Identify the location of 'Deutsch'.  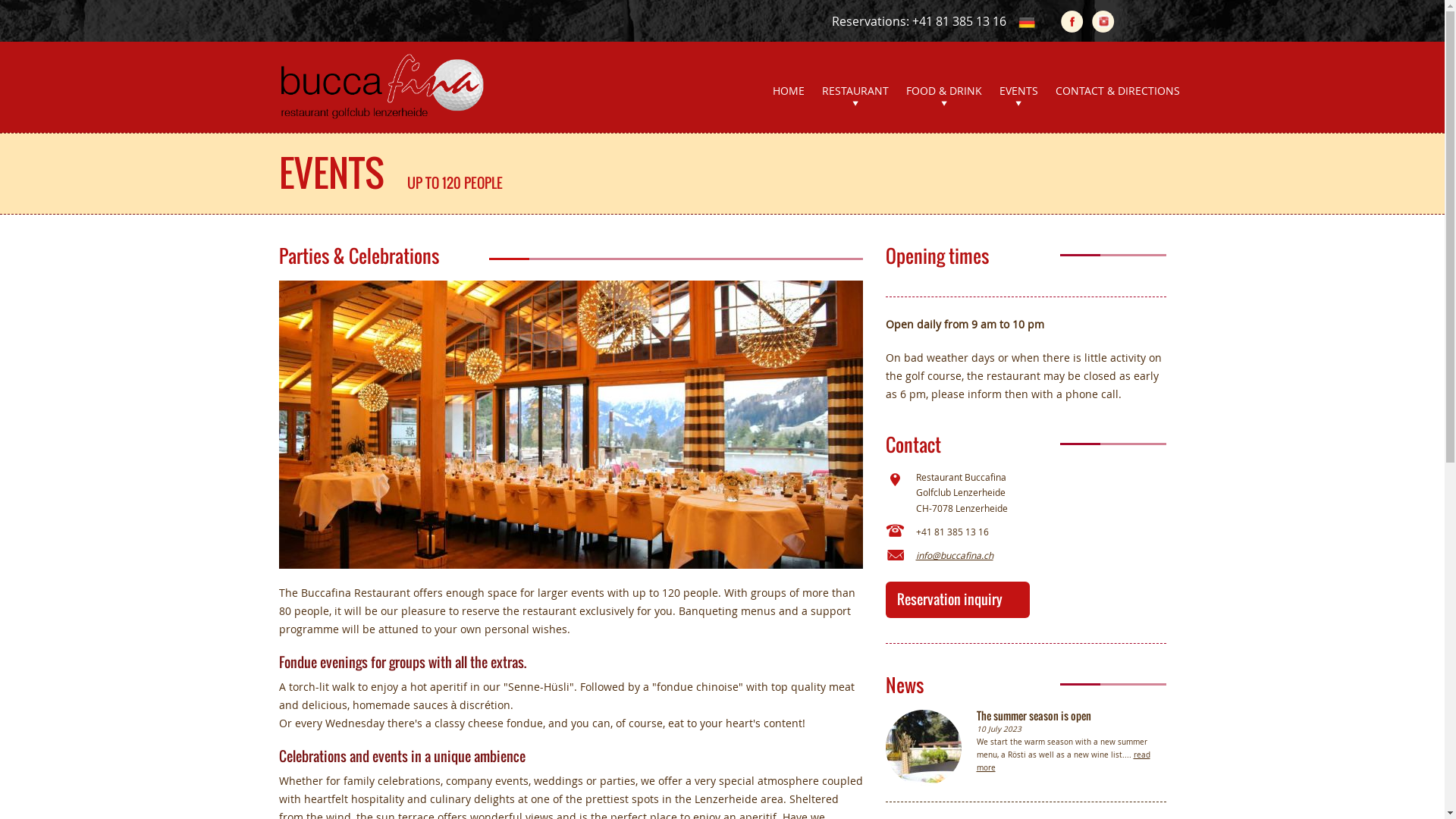
(1027, 23).